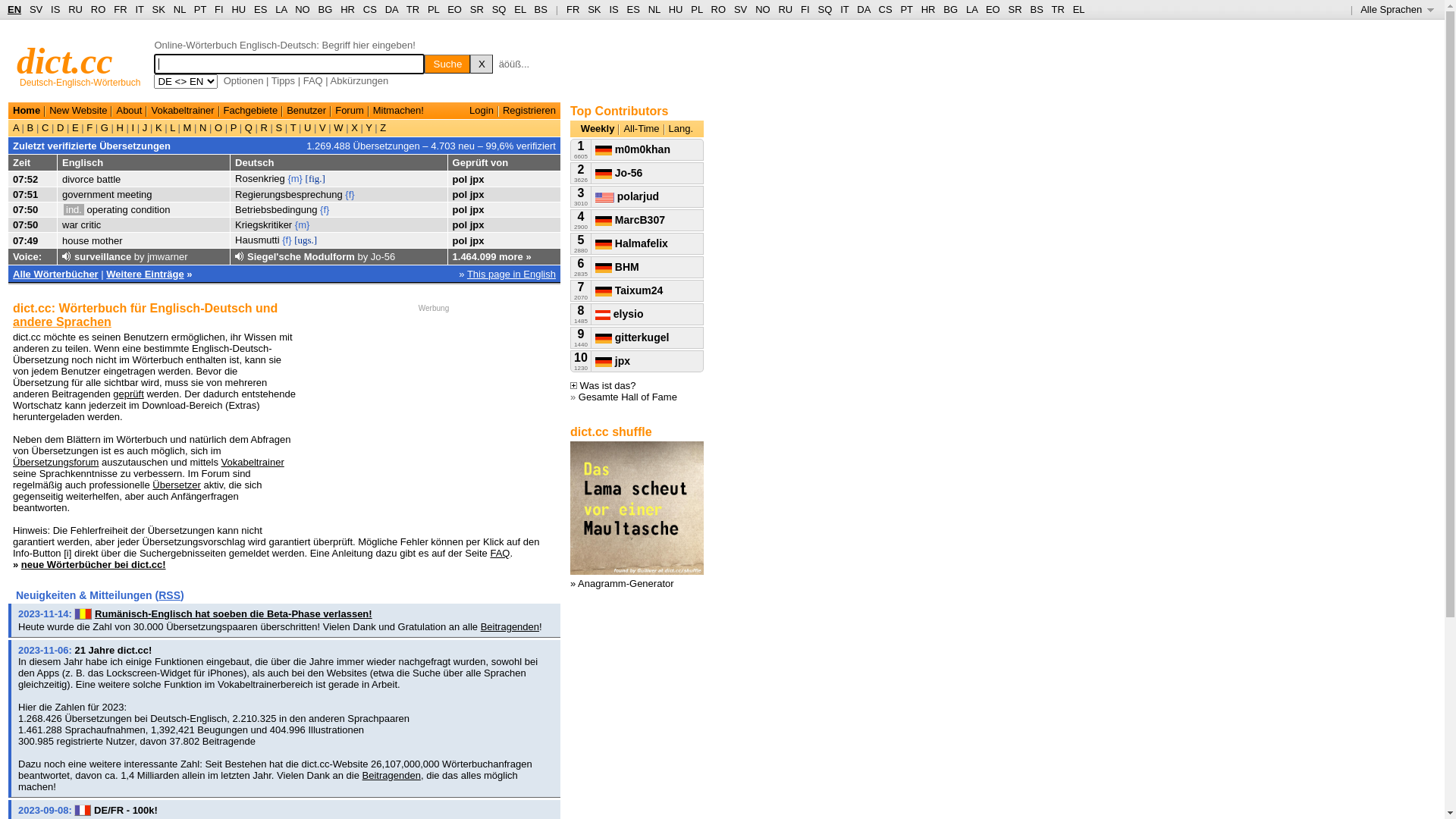 The height and width of the screenshot is (819, 1456). I want to click on 'Suche', so click(447, 63).